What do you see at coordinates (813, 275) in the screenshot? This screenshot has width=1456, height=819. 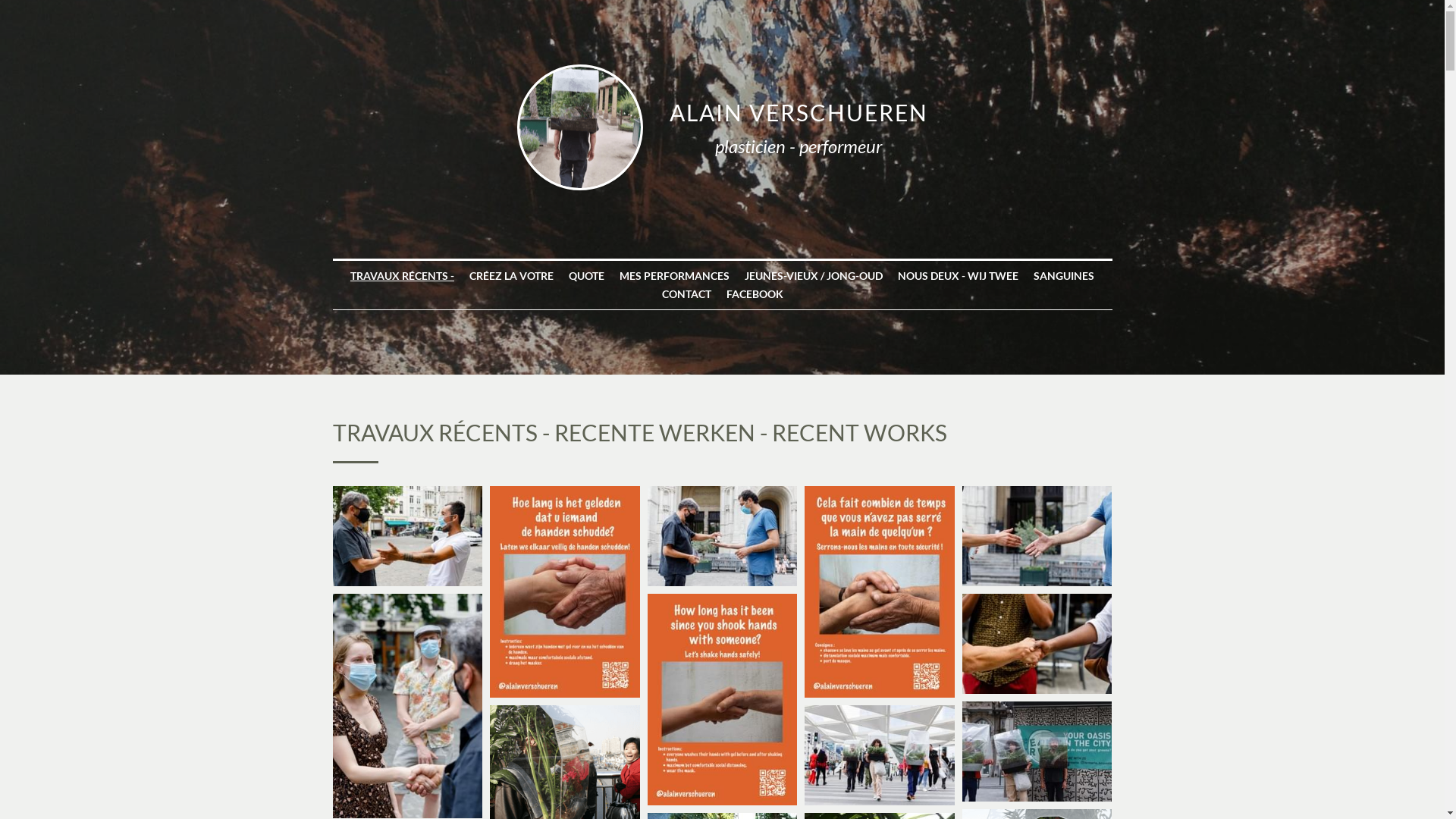 I see `'JEUNES-VIEUX / JONG-OUD'` at bounding box center [813, 275].